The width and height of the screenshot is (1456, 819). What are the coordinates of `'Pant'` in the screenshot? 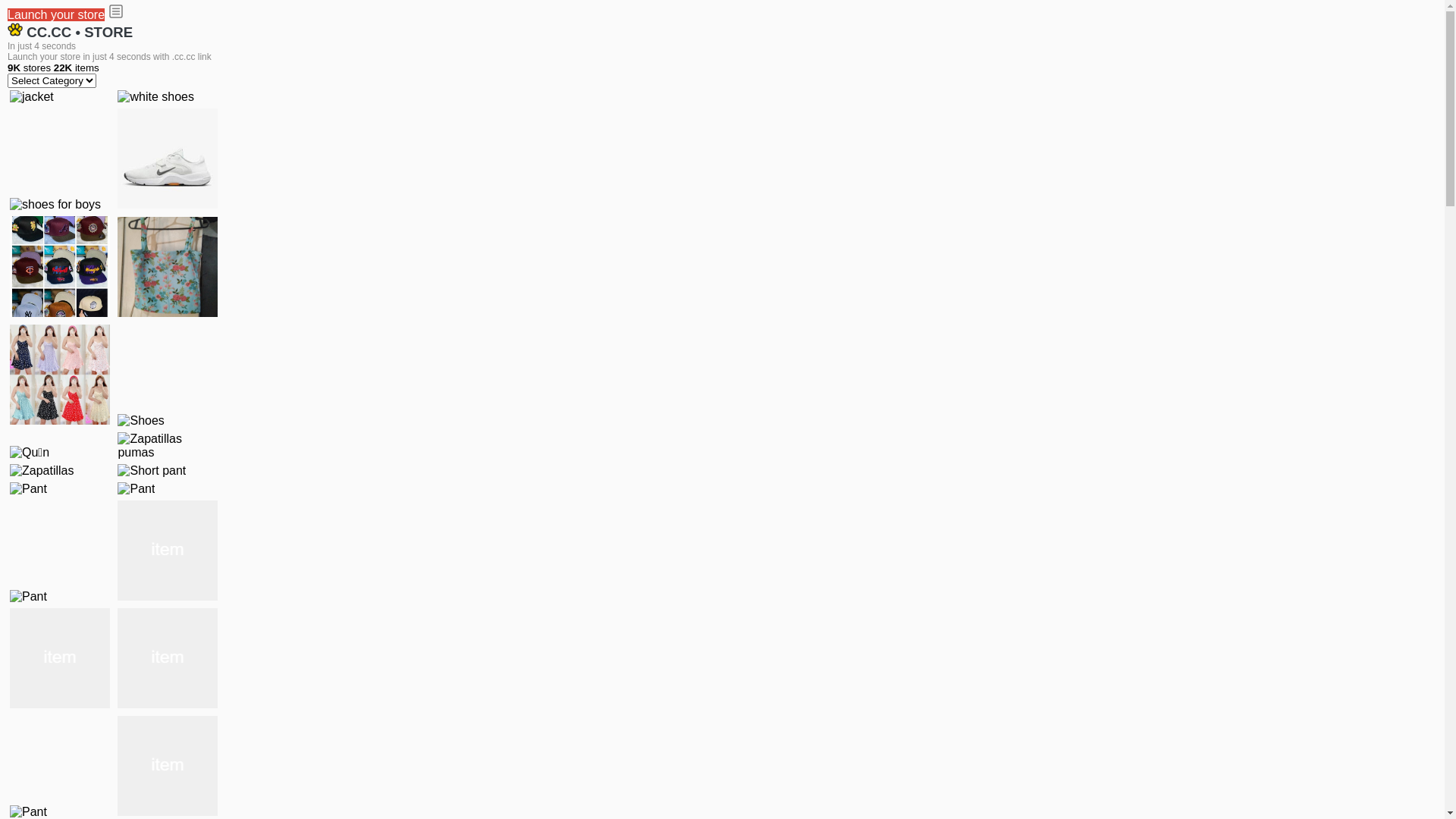 It's located at (167, 550).